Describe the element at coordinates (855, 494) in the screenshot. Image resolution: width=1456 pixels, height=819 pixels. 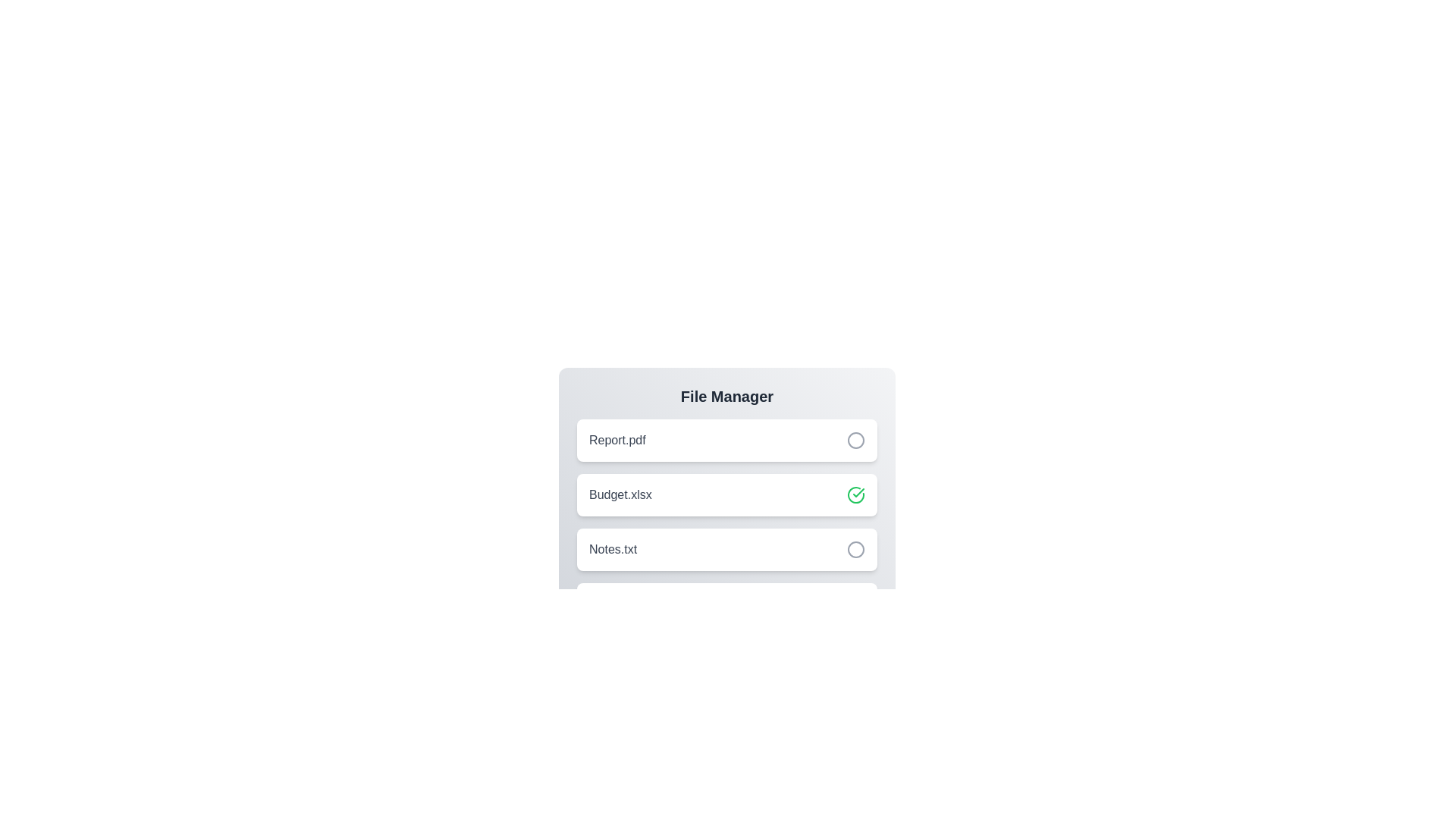
I see `the file item Budget.xlsx by clicking its associated button` at that location.